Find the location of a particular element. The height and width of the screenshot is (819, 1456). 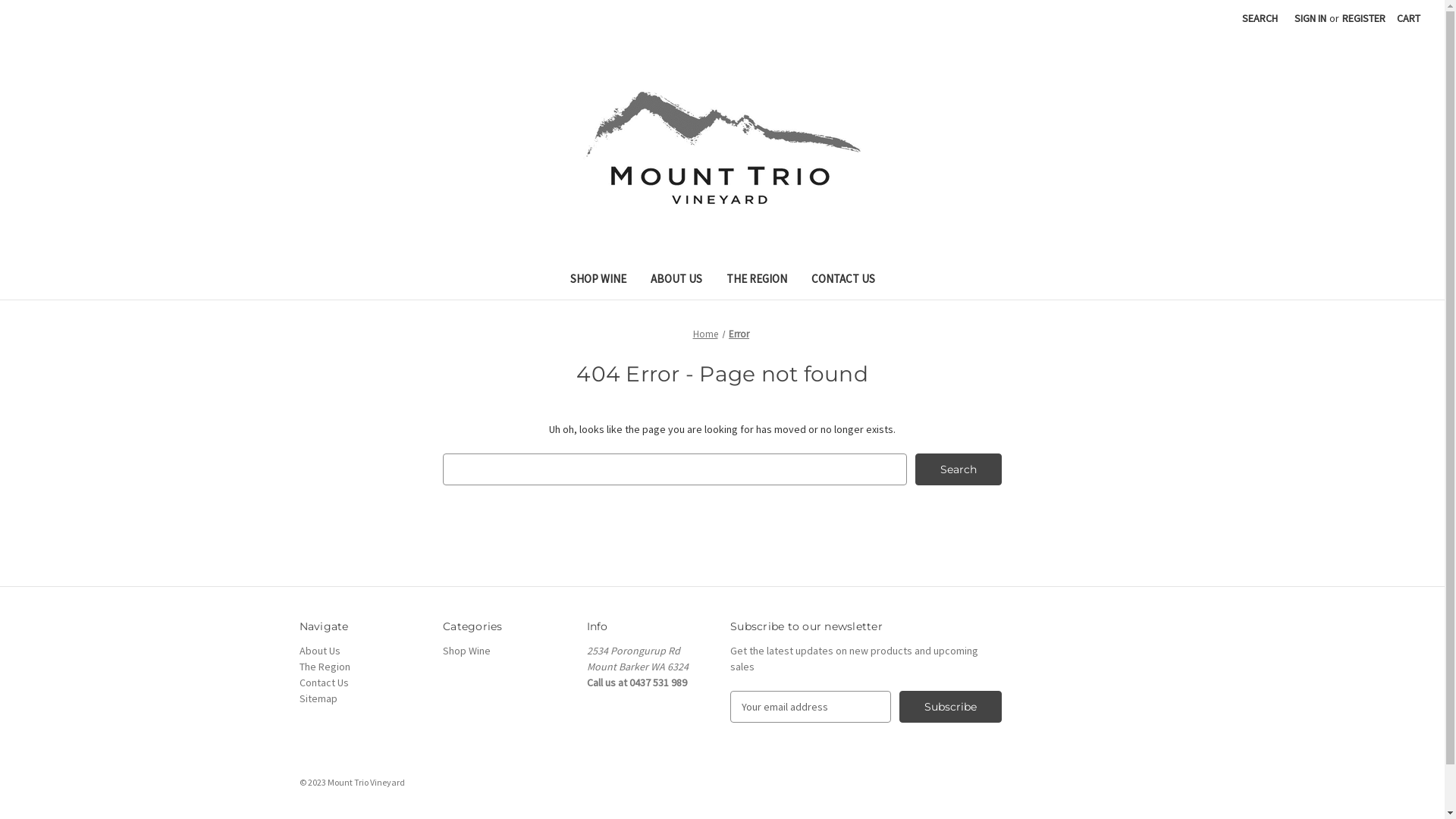

'CONTACT US' is located at coordinates (843, 281).